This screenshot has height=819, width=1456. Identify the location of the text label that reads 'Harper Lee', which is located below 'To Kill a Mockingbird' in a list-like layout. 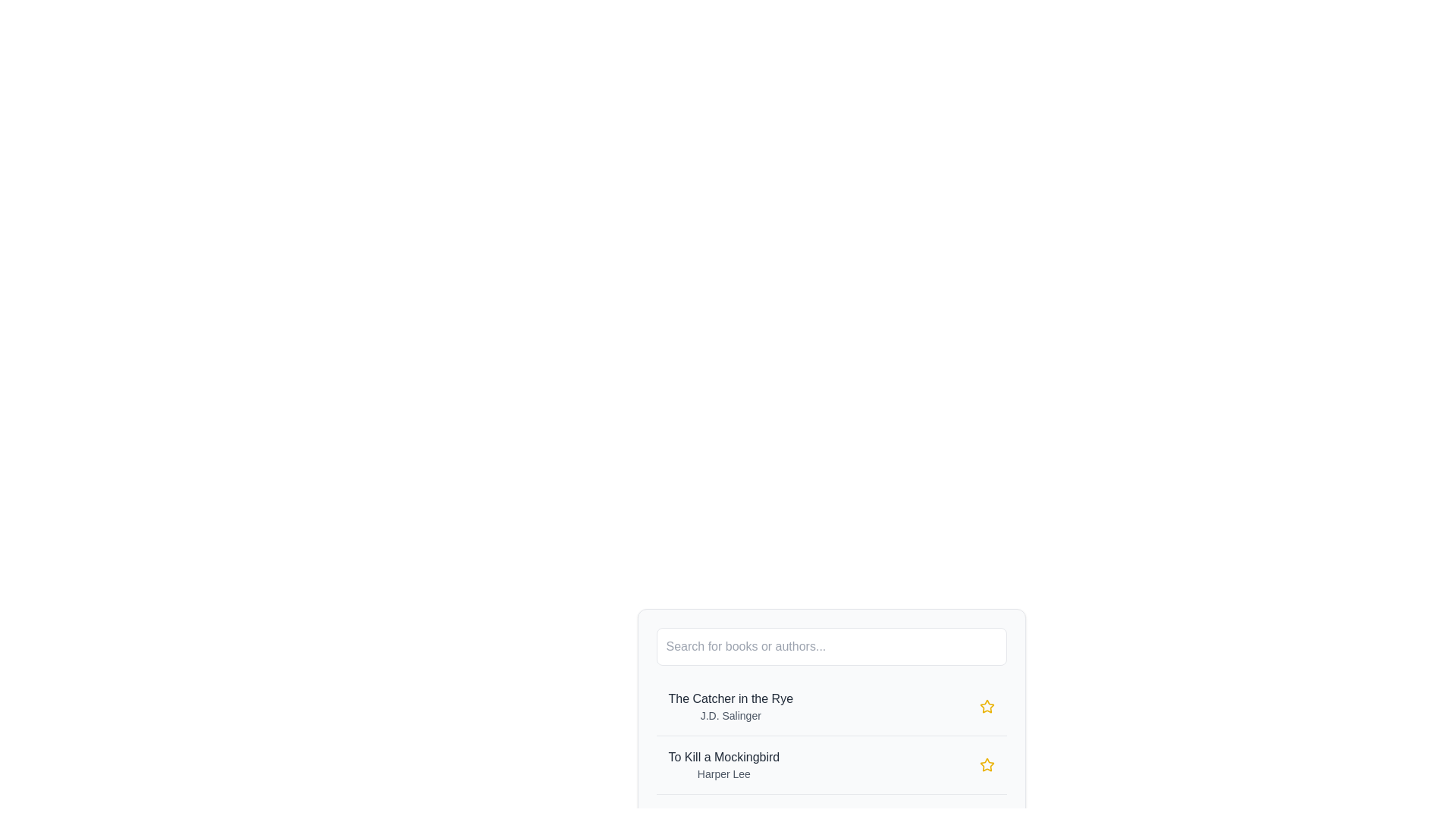
(723, 774).